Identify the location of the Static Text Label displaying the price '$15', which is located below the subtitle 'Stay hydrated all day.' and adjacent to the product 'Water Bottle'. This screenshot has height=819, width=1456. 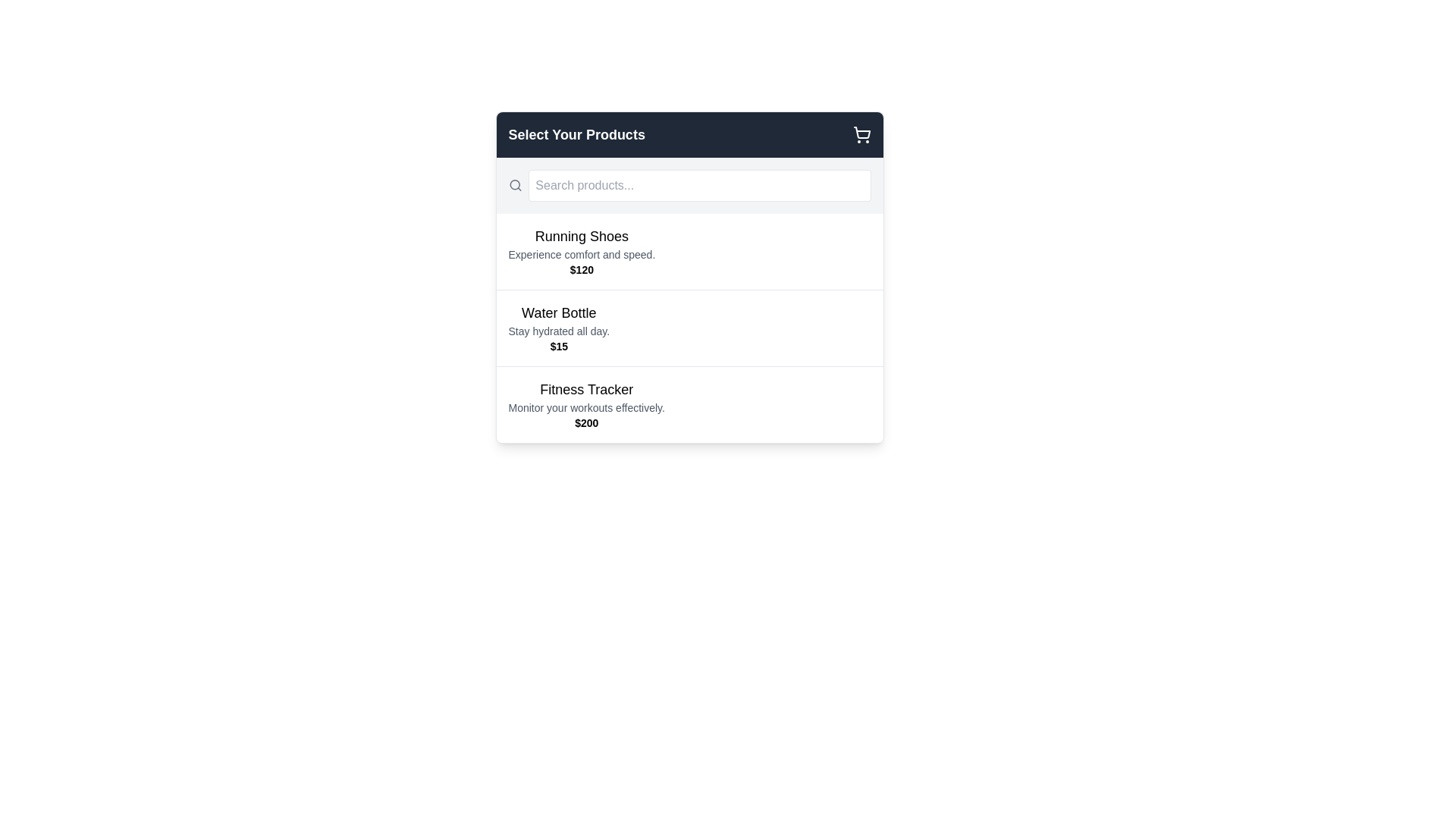
(558, 346).